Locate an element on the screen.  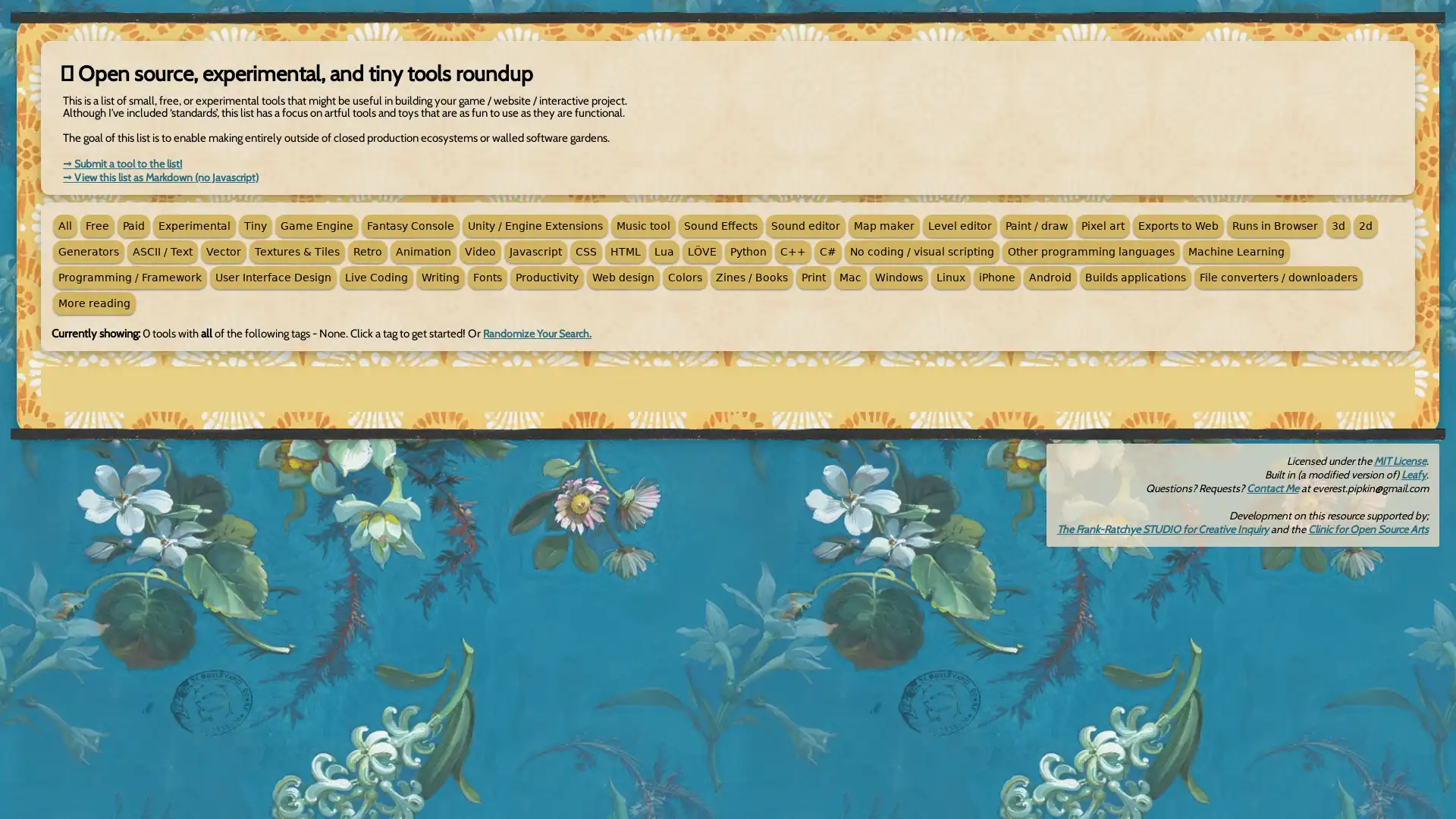
User Interface Design is located at coordinates (273, 278).